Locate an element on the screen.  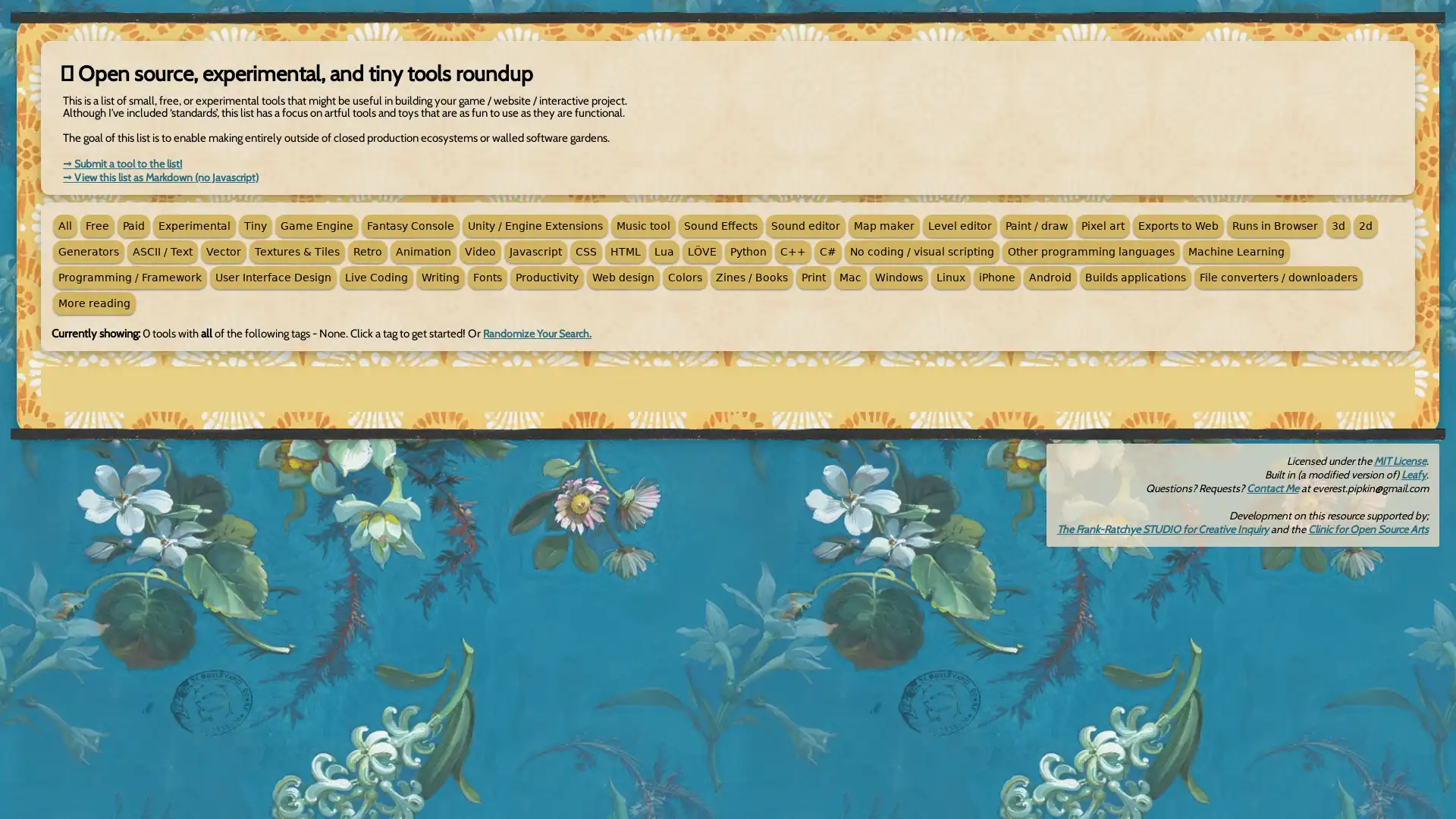
User Interface Design is located at coordinates (273, 278).